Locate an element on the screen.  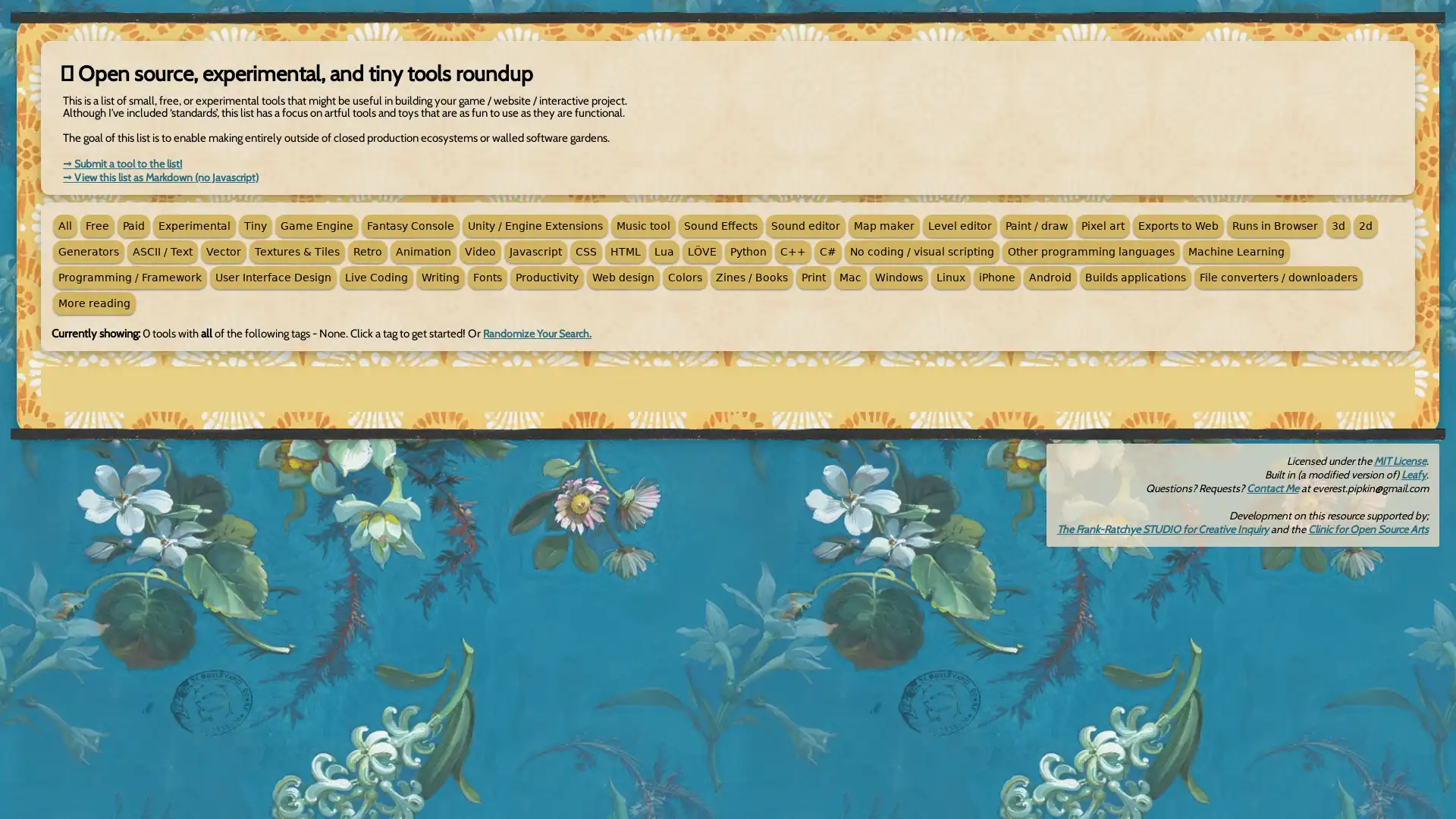
User Interface Design is located at coordinates (273, 278).